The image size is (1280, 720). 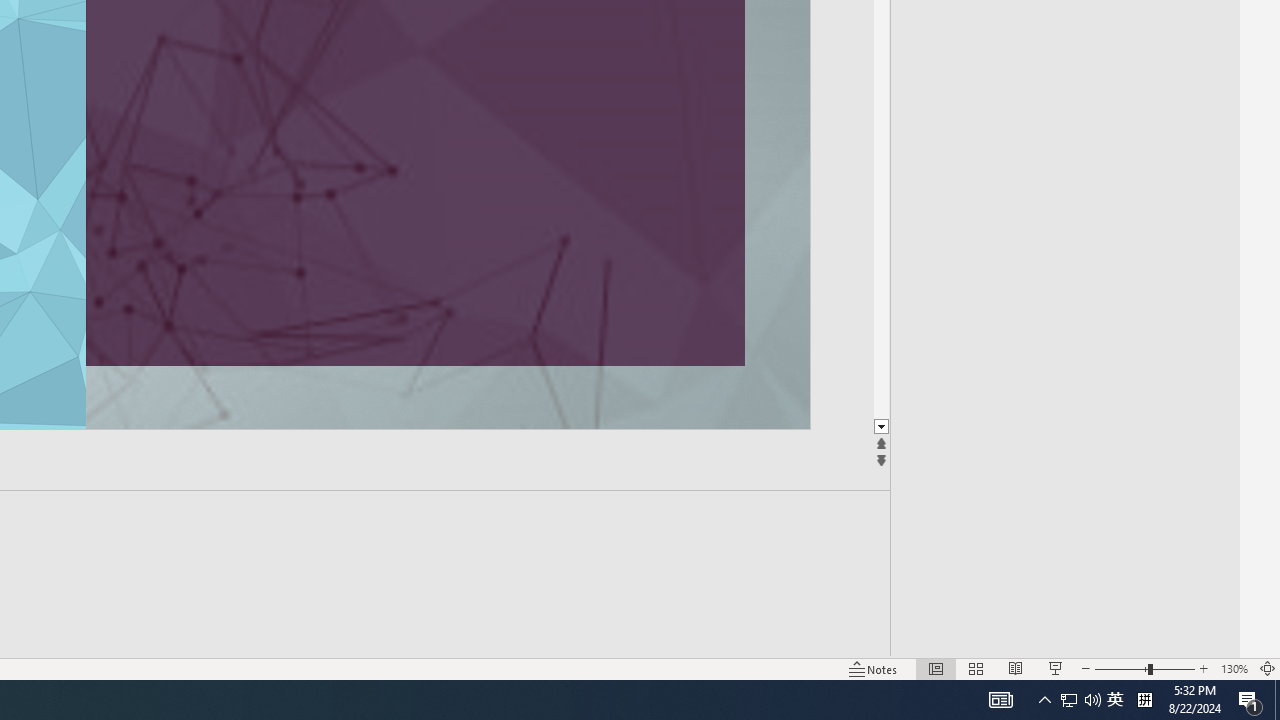 What do you see at coordinates (880, 426) in the screenshot?
I see `'Line down'` at bounding box center [880, 426].